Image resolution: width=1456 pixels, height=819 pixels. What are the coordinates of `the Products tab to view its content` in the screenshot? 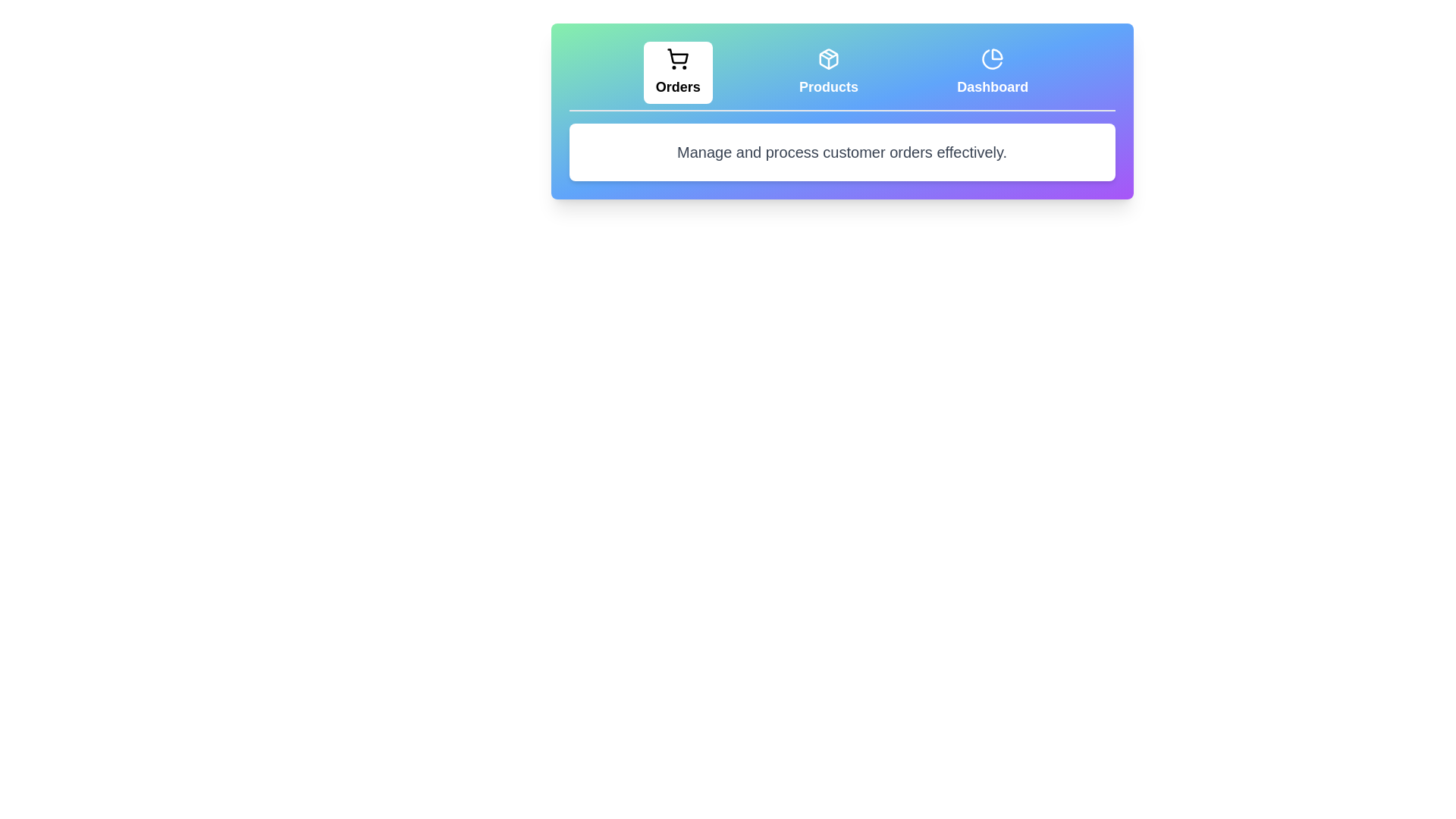 It's located at (828, 73).